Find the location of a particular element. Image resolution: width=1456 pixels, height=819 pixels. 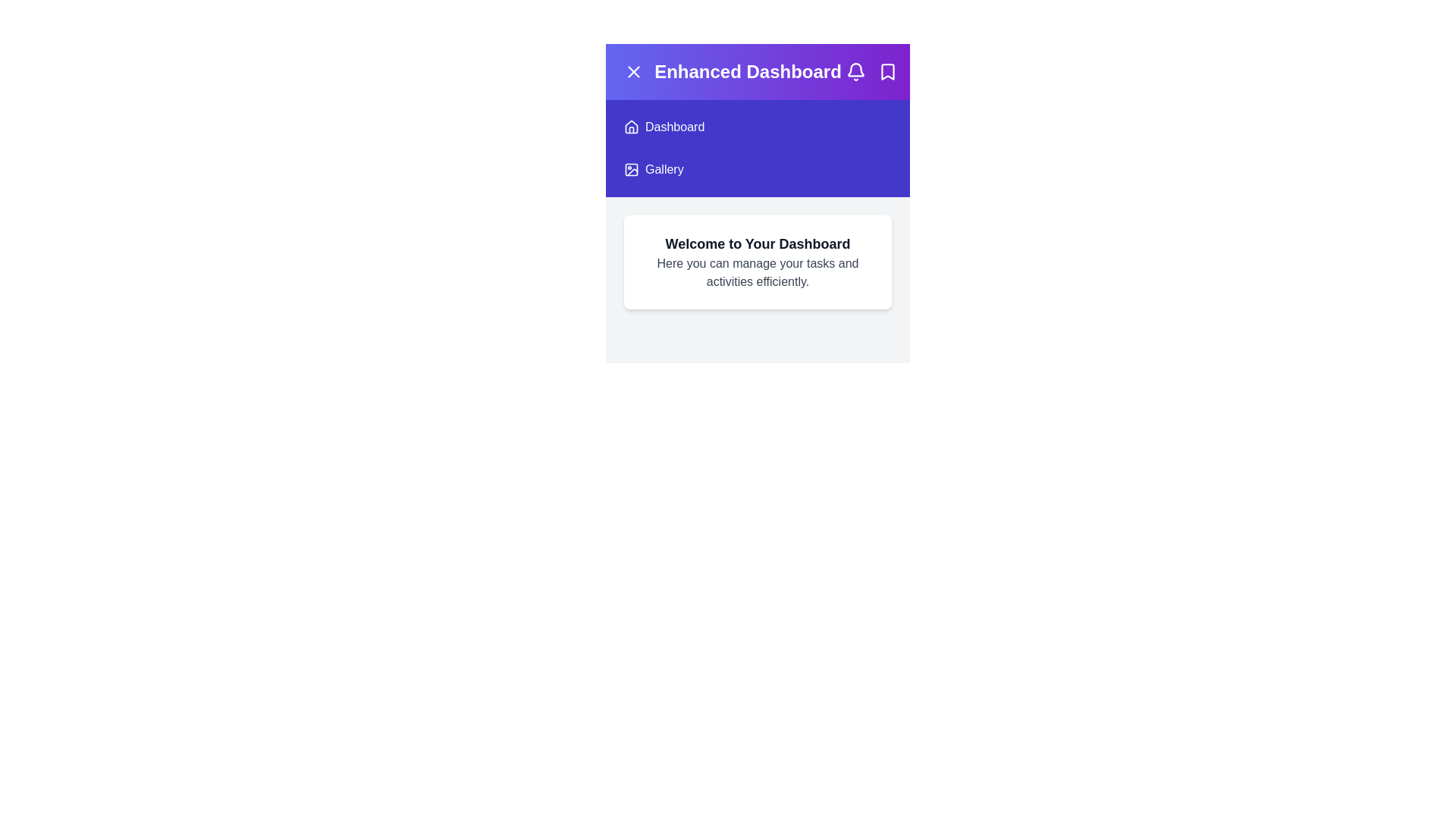

menu button to toggle the menu visibility is located at coordinates (633, 72).